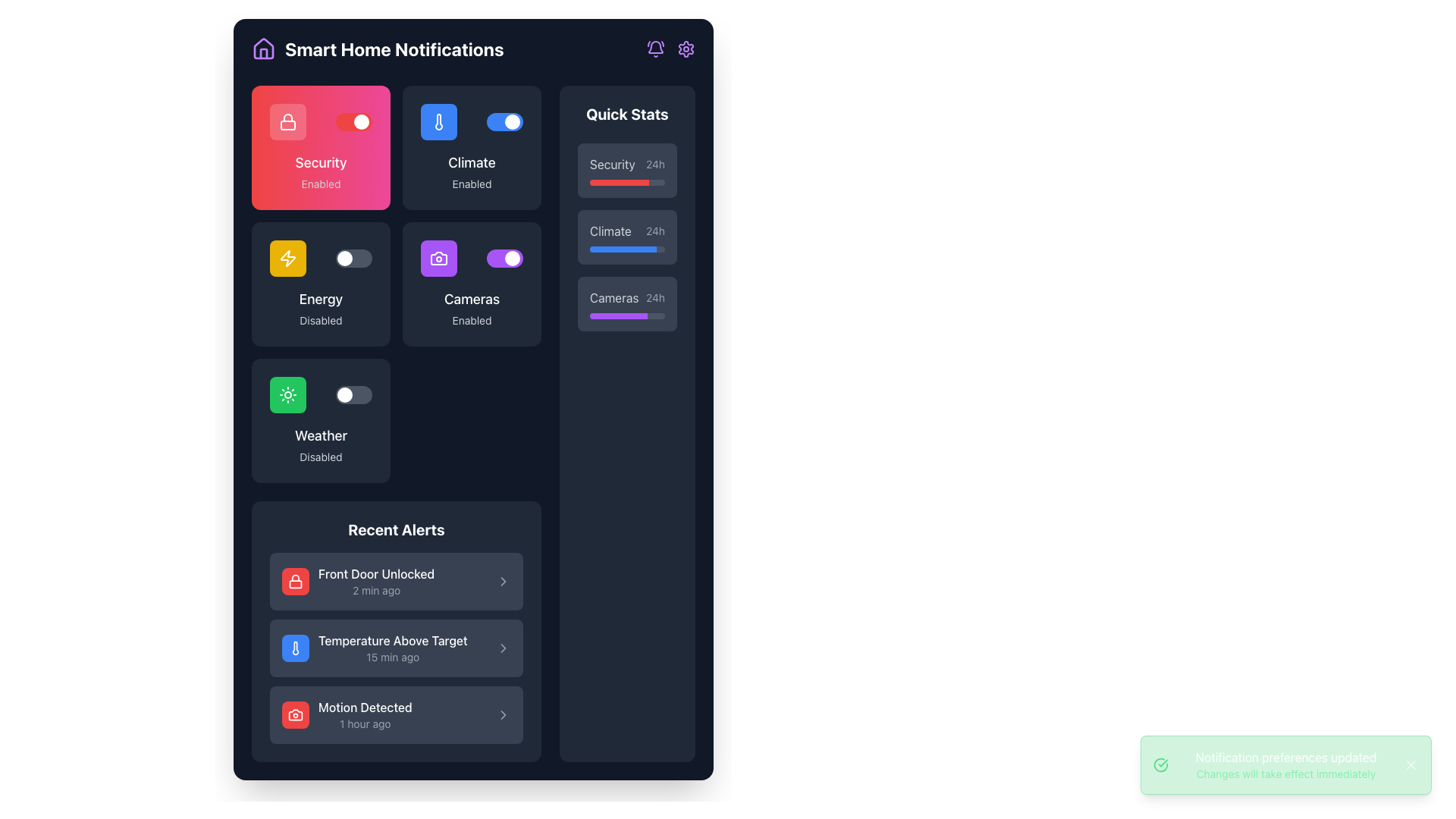 This screenshot has width=1456, height=819. I want to click on the rightmost circular toggle of the 'Security' feature toggle switch, which is highlighted with a gradient red-pink background, so click(513, 121).